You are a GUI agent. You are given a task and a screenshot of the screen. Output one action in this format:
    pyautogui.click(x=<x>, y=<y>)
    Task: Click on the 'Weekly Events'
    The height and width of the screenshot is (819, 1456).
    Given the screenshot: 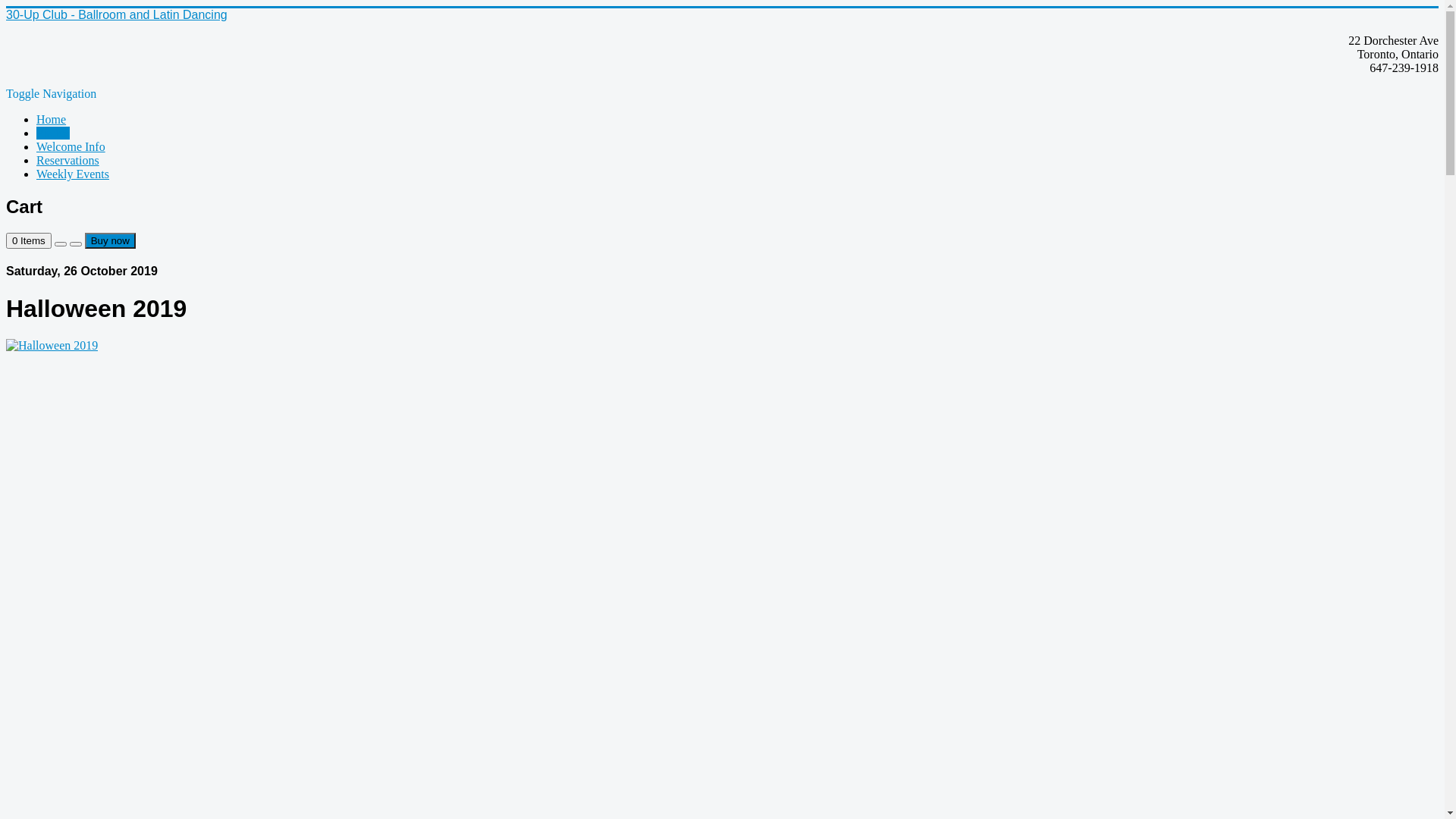 What is the action you would take?
    pyautogui.click(x=72, y=173)
    